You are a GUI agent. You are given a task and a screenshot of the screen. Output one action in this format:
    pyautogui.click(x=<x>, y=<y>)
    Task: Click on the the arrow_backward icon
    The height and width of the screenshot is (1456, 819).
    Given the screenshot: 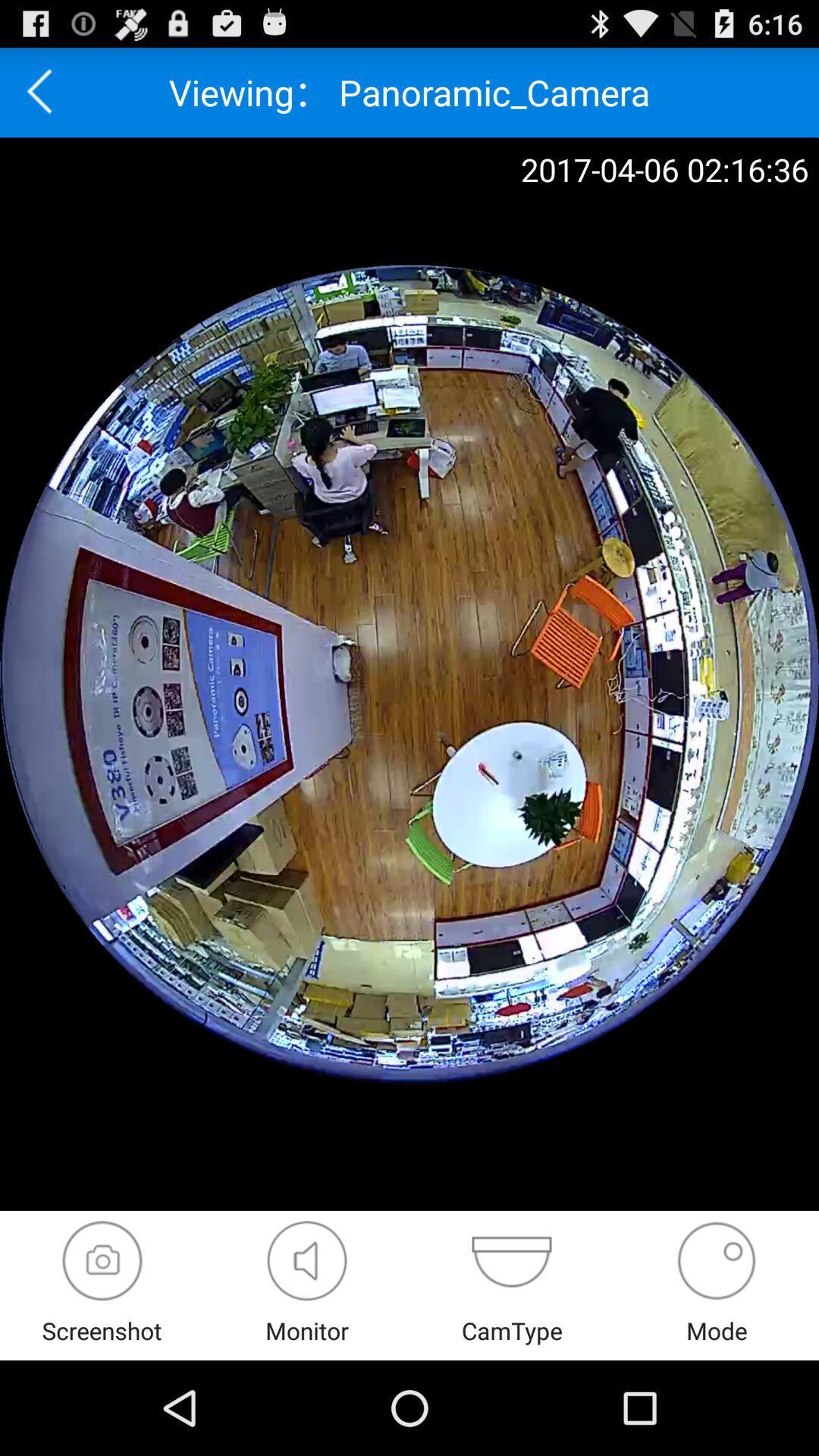 What is the action you would take?
    pyautogui.click(x=44, y=98)
    